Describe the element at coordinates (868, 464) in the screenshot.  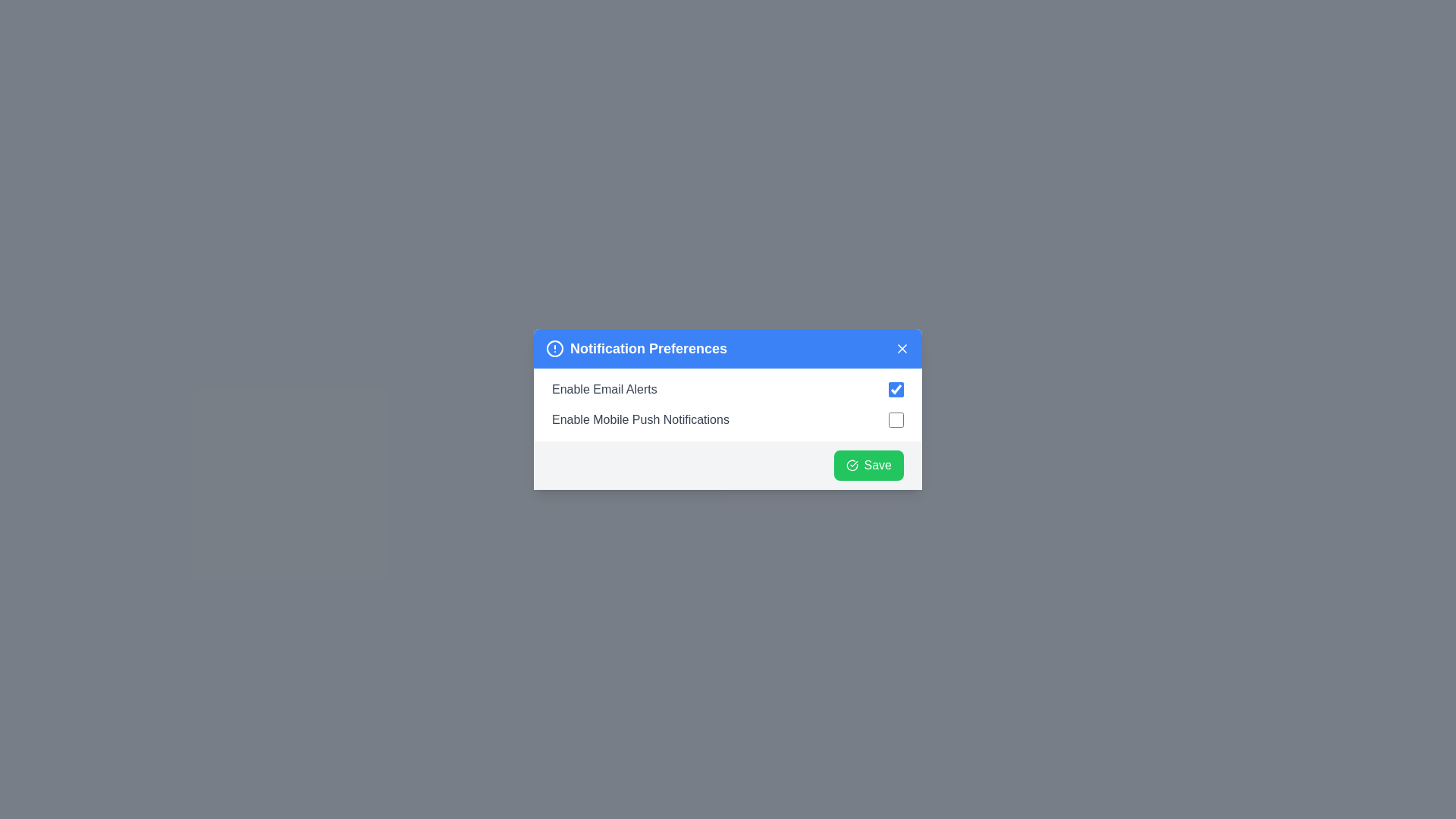
I see `the distinct green 'Save' button with rounded corners, located` at that location.